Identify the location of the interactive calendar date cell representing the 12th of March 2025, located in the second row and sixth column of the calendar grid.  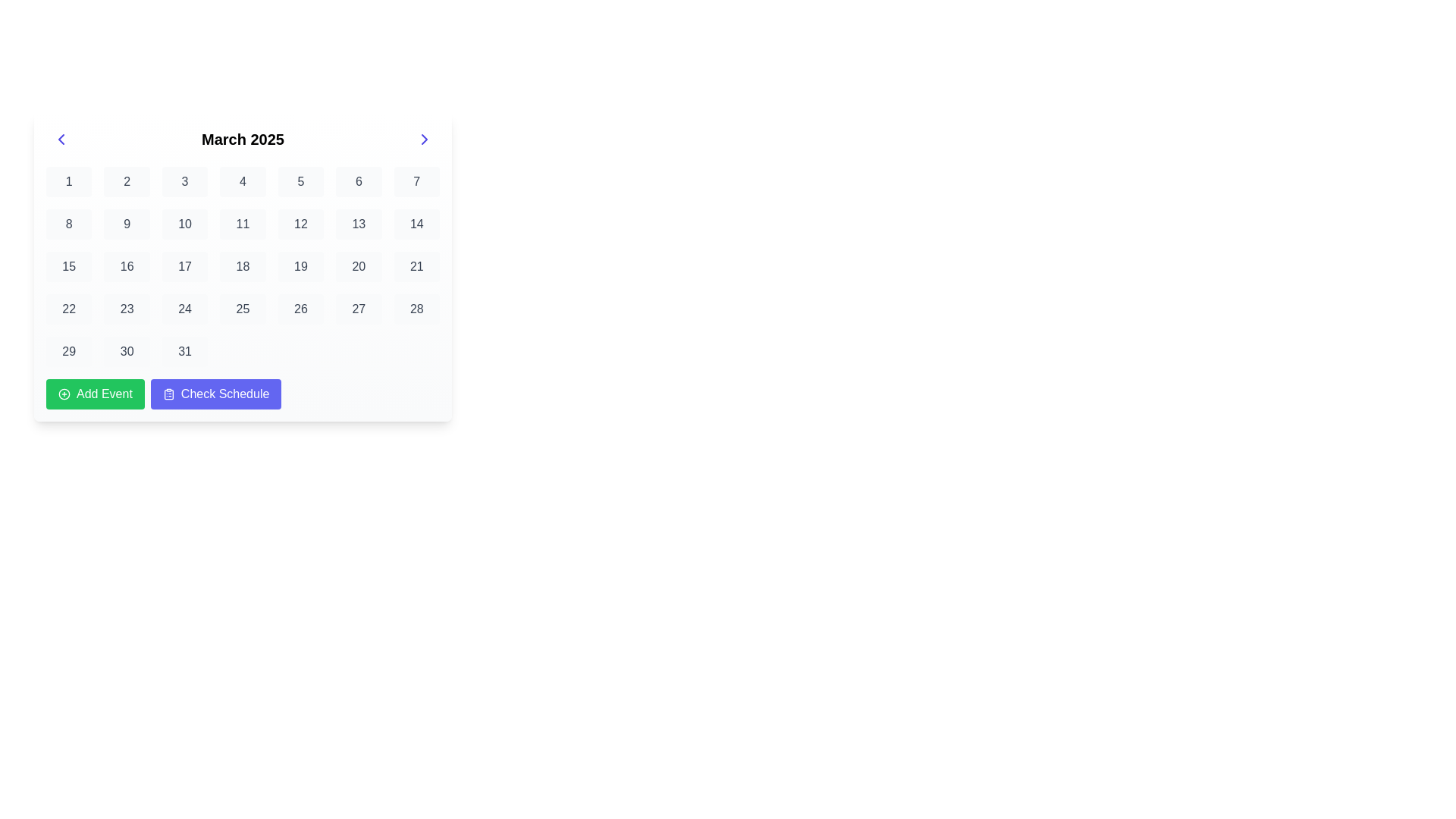
(300, 224).